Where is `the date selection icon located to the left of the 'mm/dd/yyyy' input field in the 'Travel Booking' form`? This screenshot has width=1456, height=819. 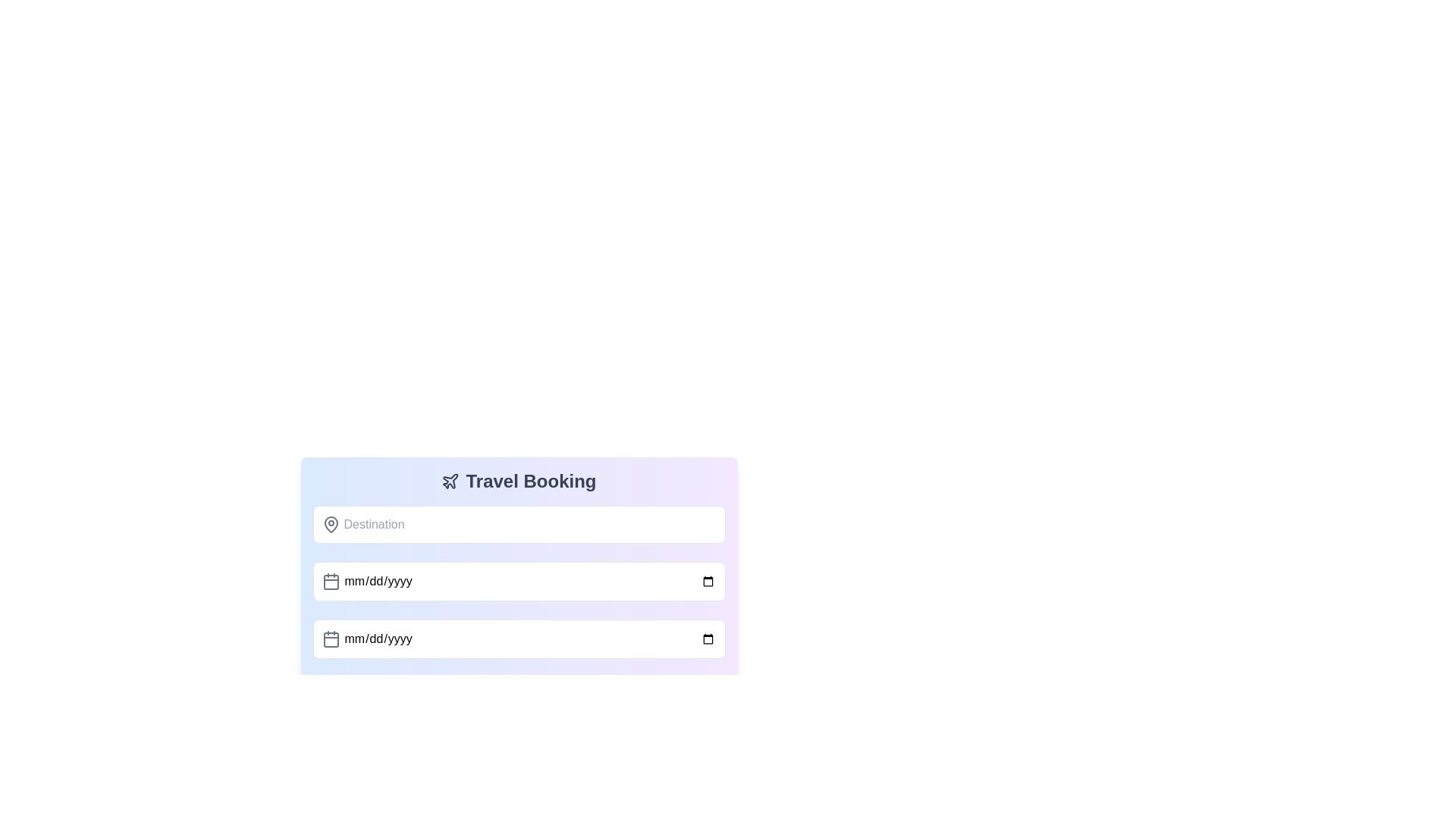 the date selection icon located to the left of the 'mm/dd/yyyy' input field in the 'Travel Booking' form is located at coordinates (330, 581).